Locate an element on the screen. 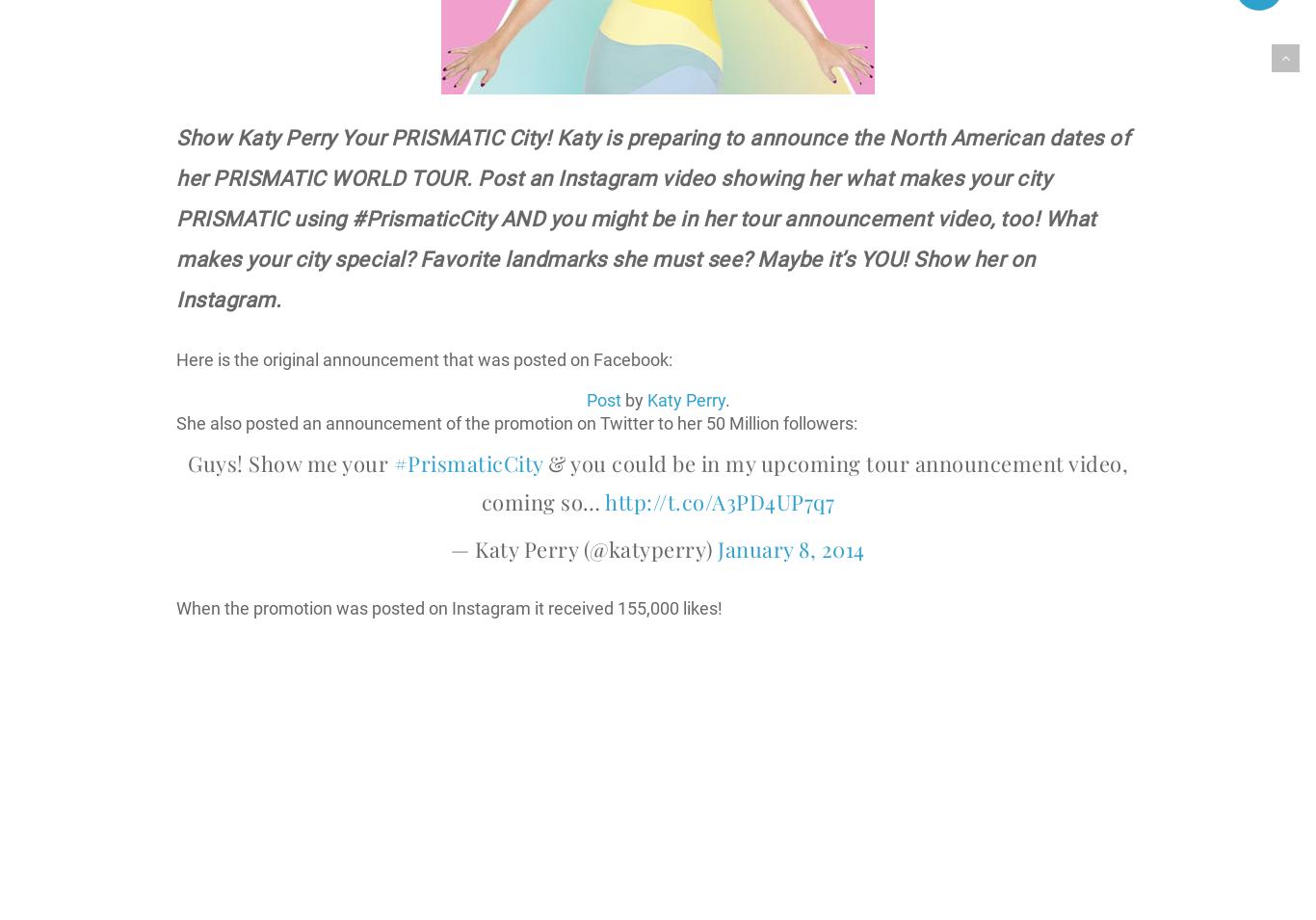 The width and height of the screenshot is (1316, 920). '& you could be in my upcoming tour announcement video, coming so…' is located at coordinates (803, 482).